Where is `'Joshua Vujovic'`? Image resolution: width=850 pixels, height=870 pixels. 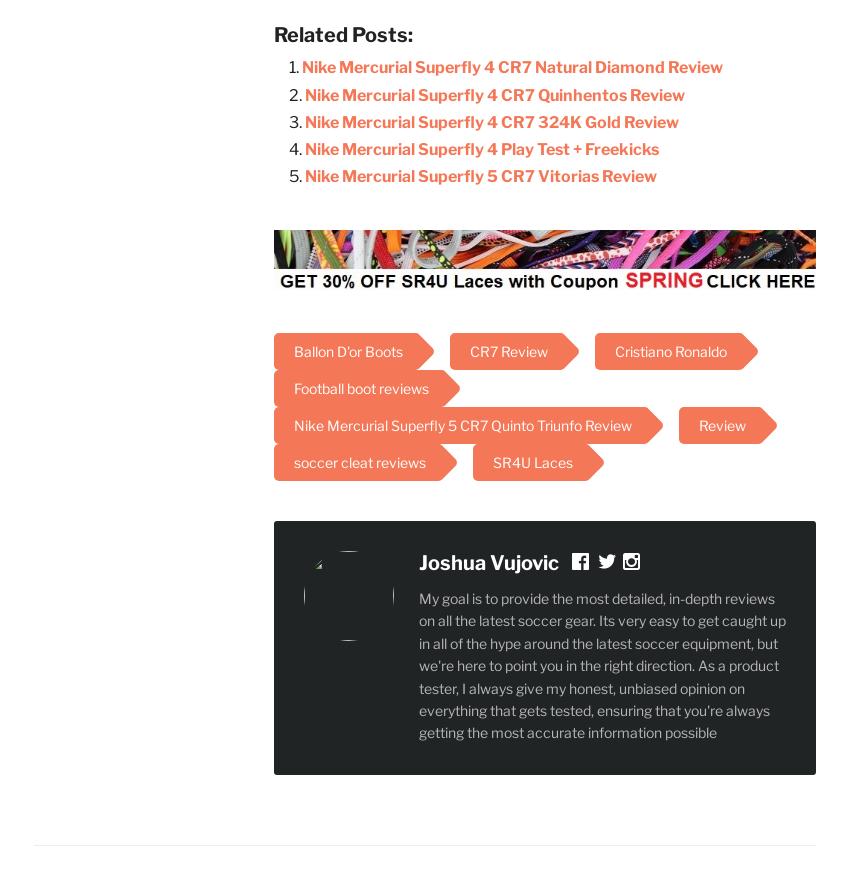
'Joshua Vujovic' is located at coordinates (489, 561).